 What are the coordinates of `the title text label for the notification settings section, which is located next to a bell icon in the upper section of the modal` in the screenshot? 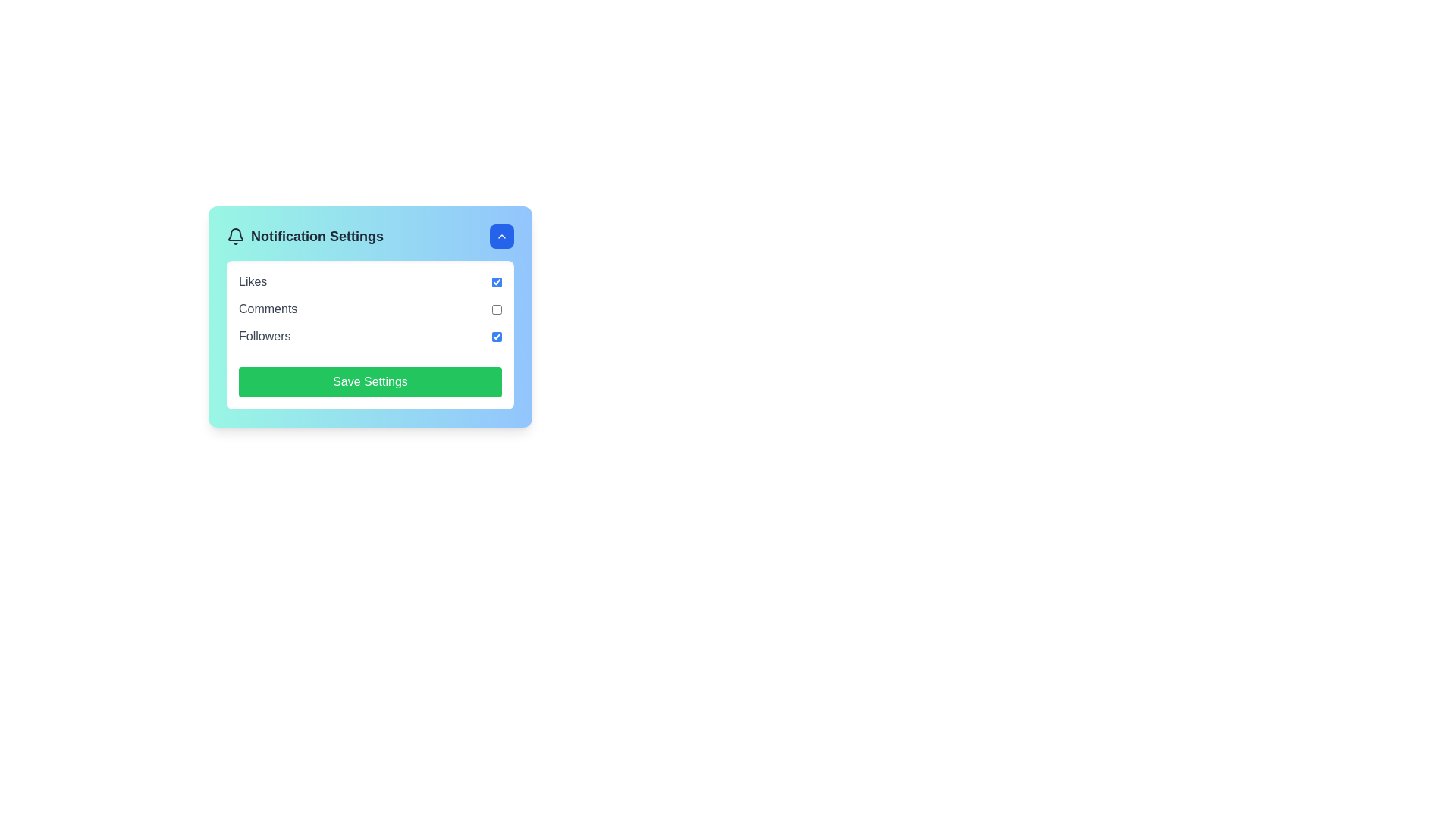 It's located at (304, 237).